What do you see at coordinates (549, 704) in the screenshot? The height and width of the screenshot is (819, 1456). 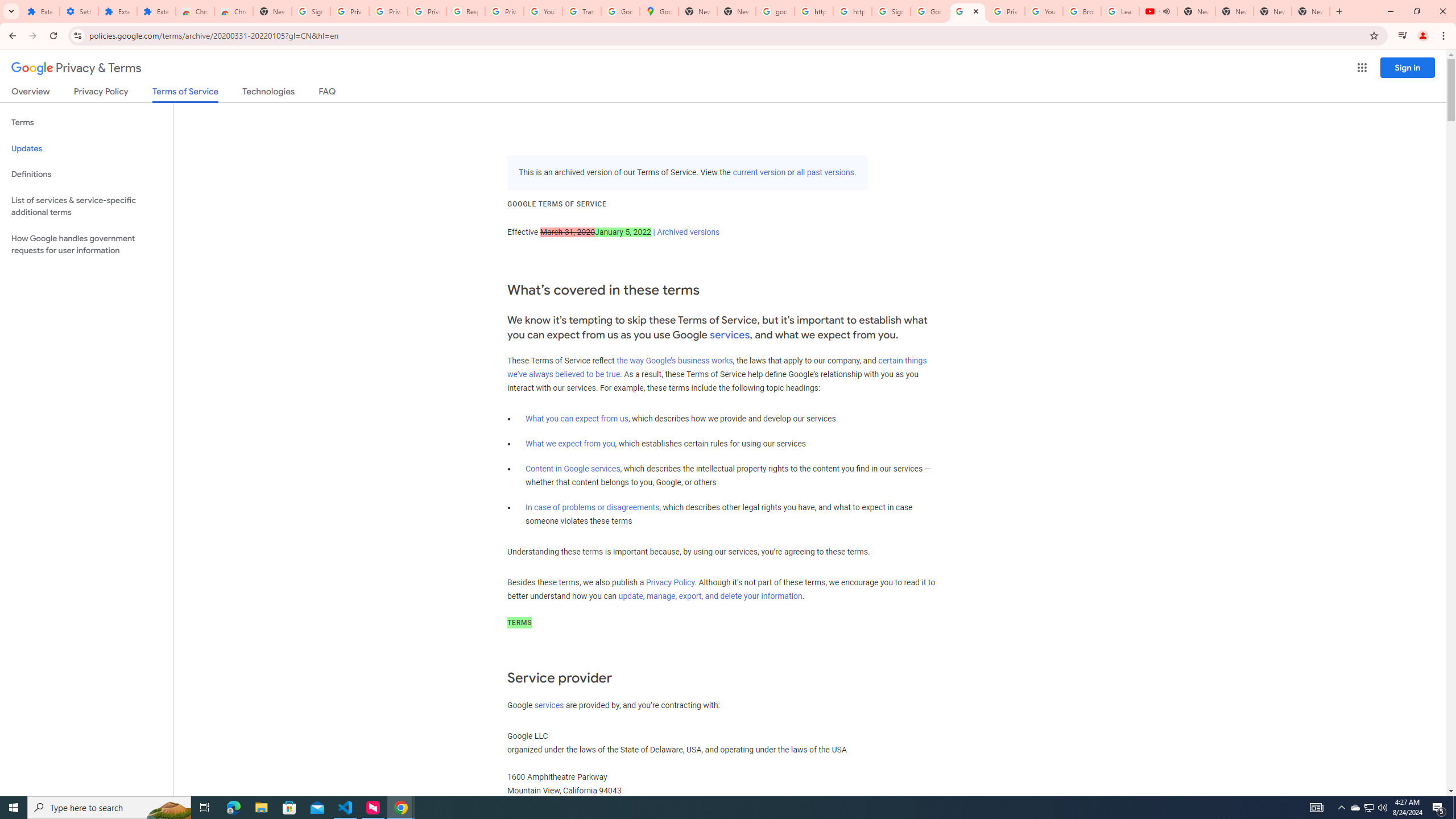 I see `'services'` at bounding box center [549, 704].